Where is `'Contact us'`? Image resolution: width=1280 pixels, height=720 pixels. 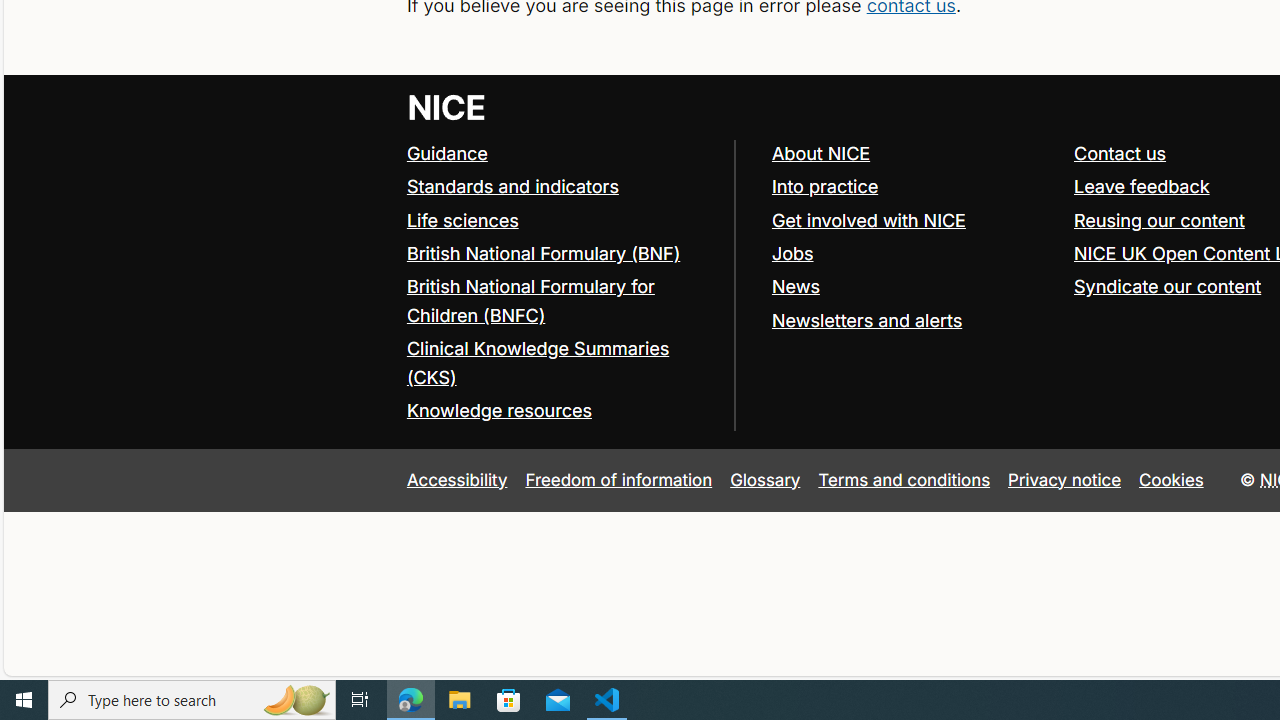
'Contact us' is located at coordinates (1120, 152).